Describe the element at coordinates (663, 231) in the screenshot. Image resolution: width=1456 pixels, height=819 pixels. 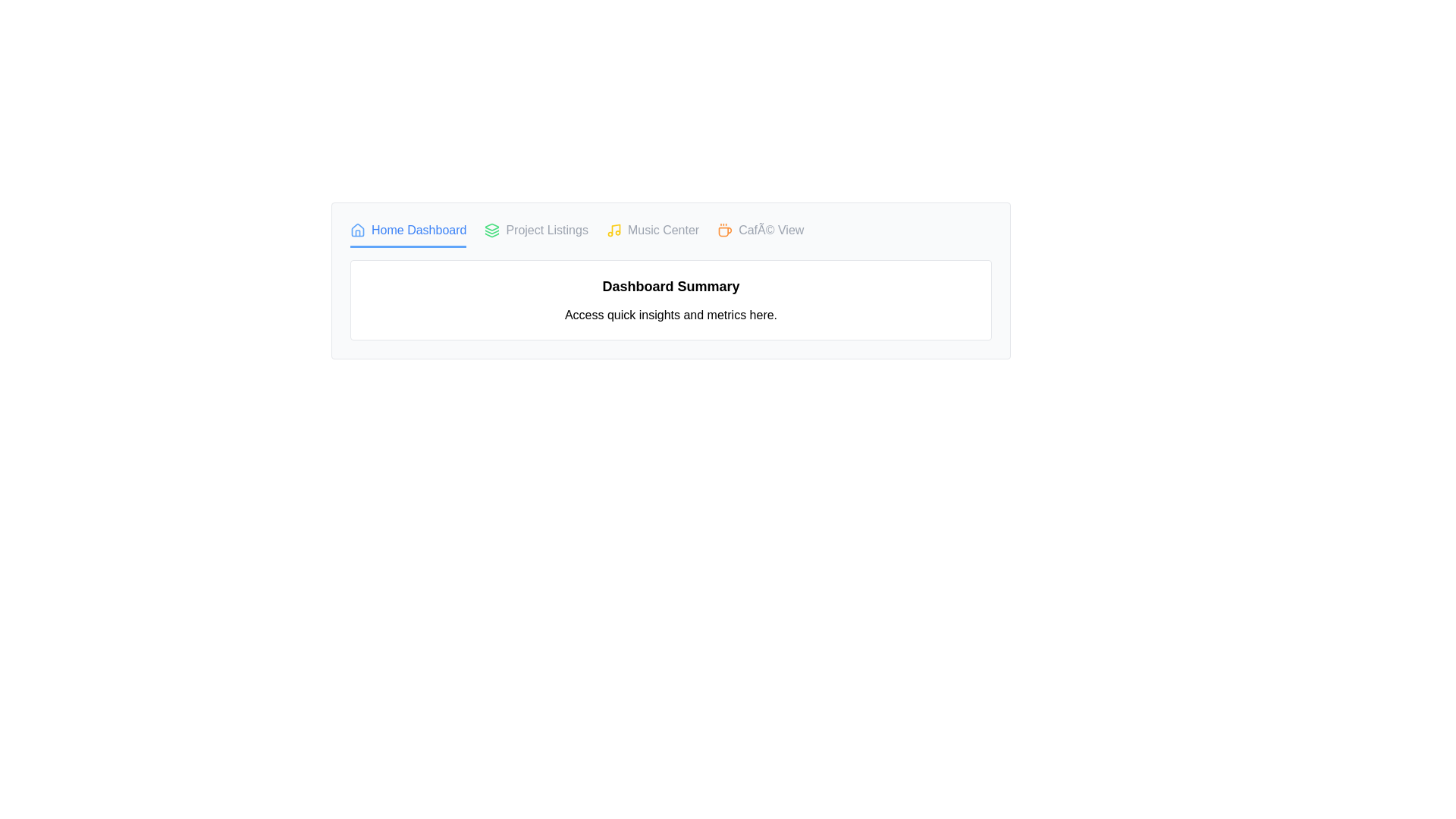
I see `the navigation label that serves as a link to the Music Center section, located between 'Project Listings' and 'Café View' in the navigation bar` at that location.